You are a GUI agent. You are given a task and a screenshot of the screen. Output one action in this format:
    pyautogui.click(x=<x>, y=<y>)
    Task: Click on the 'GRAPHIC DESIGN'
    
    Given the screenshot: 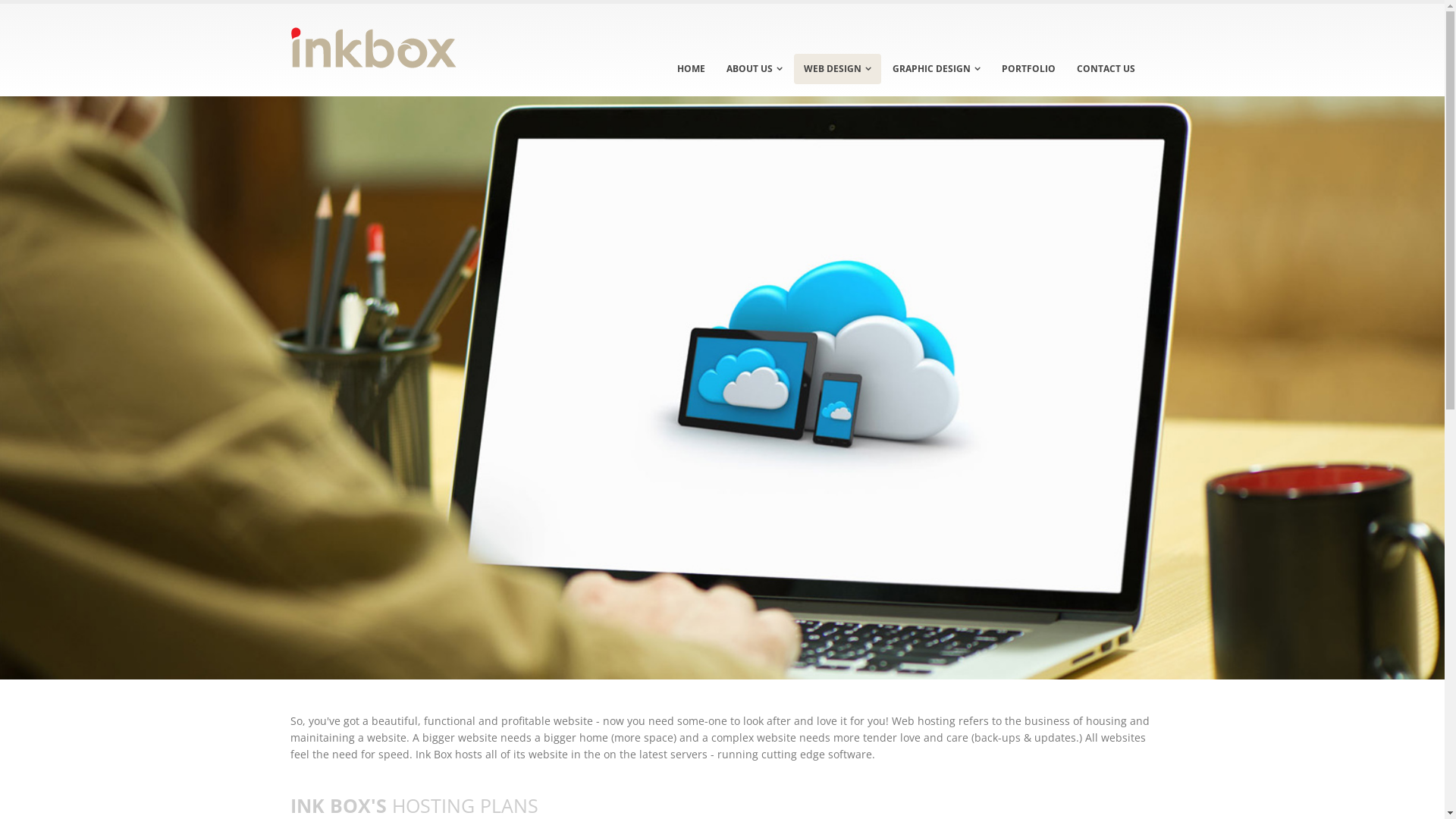 What is the action you would take?
    pyautogui.click(x=935, y=69)
    